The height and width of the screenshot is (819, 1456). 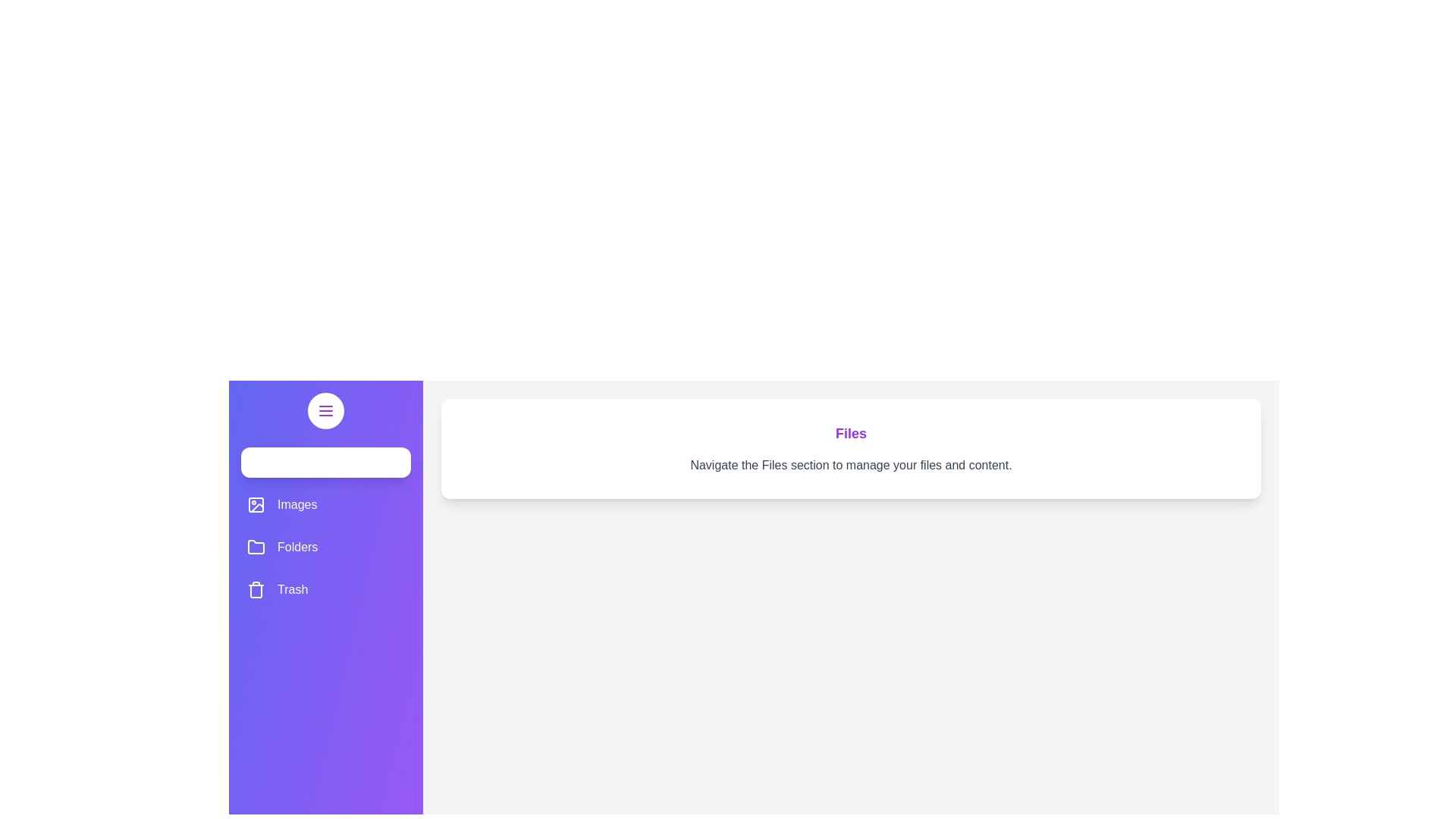 I want to click on the section list item labeled Trash to observe the hover effect, so click(x=325, y=589).